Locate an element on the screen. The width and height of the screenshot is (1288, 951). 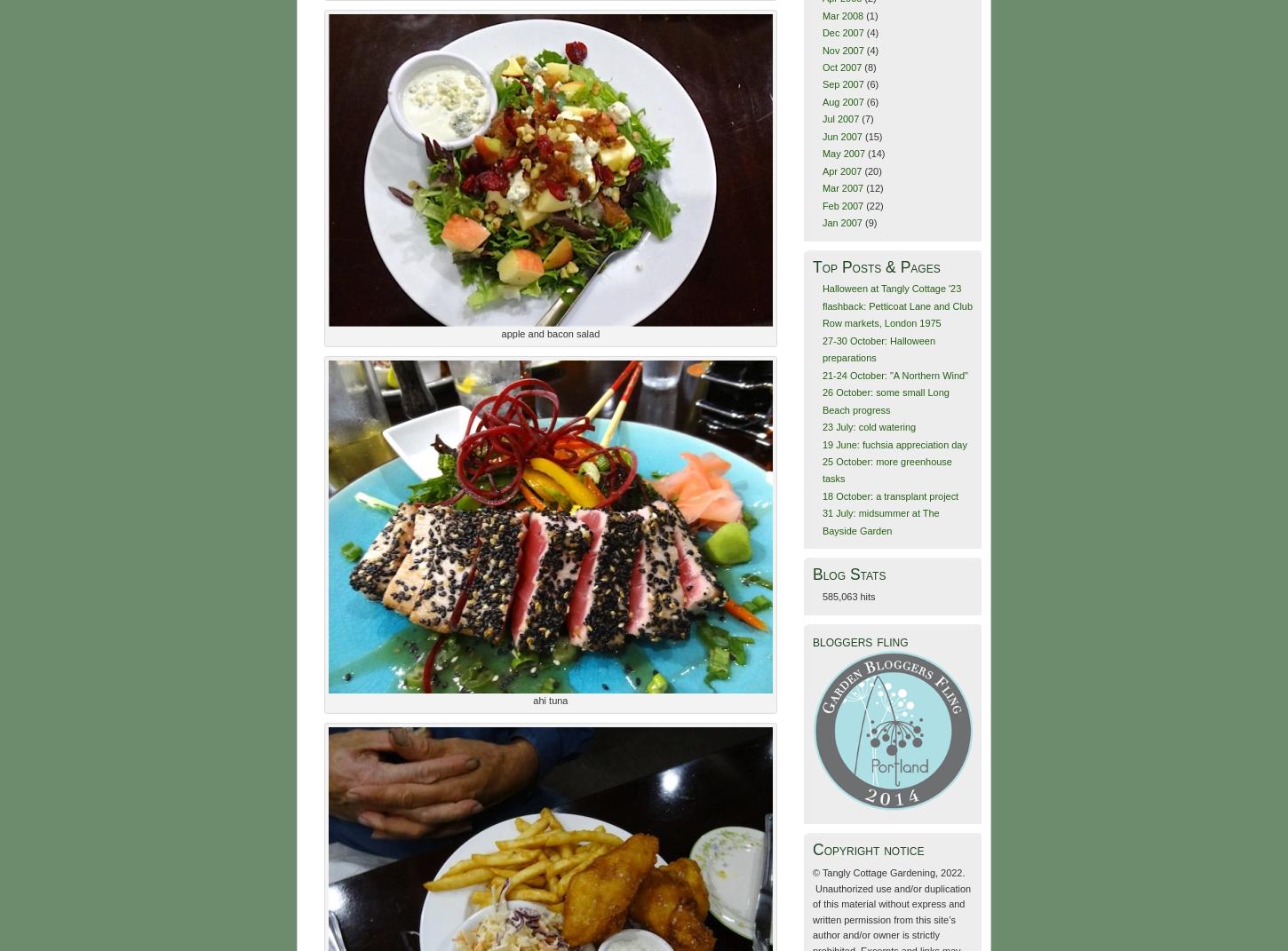
'Oct 2007' is located at coordinates (840, 65).